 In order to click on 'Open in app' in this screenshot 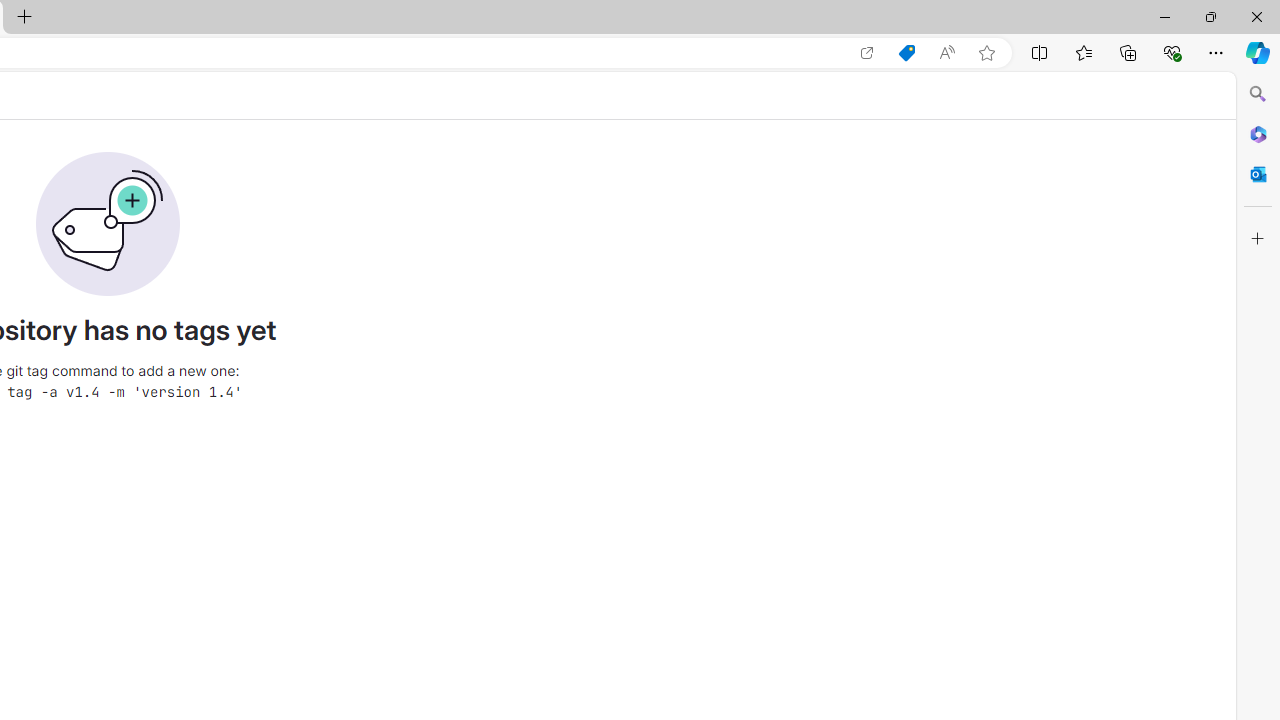, I will do `click(867, 52)`.